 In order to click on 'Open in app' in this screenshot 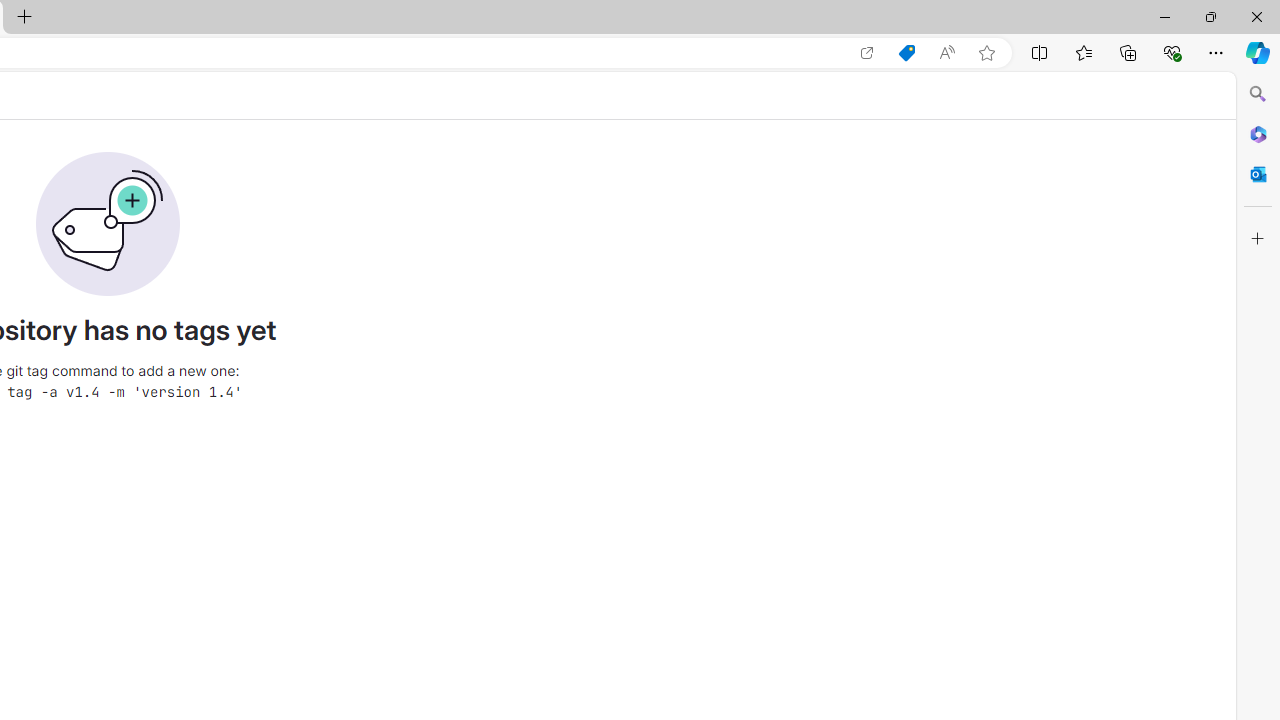, I will do `click(867, 52)`.